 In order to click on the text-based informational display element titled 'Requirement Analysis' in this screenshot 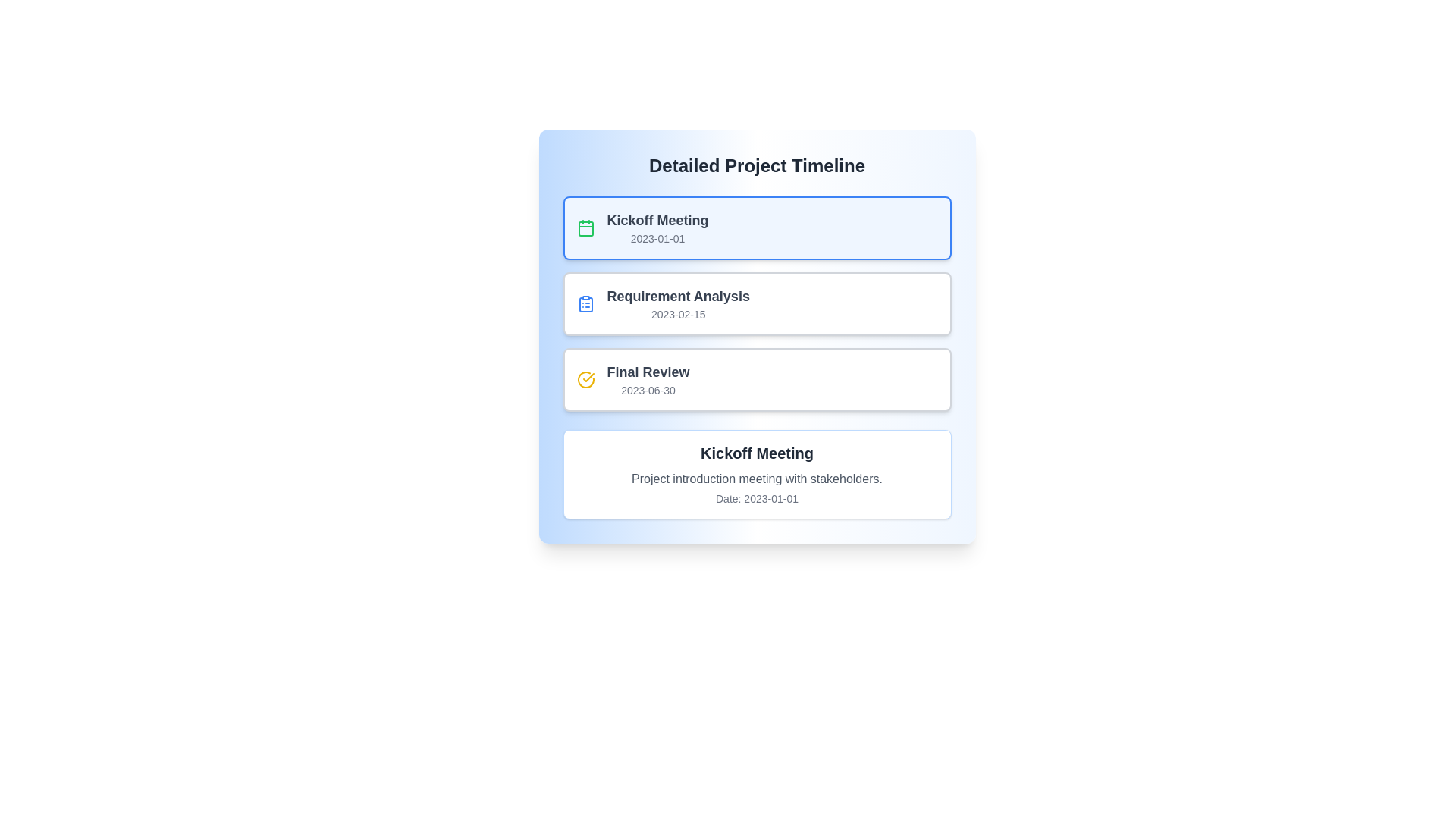, I will do `click(677, 304)`.